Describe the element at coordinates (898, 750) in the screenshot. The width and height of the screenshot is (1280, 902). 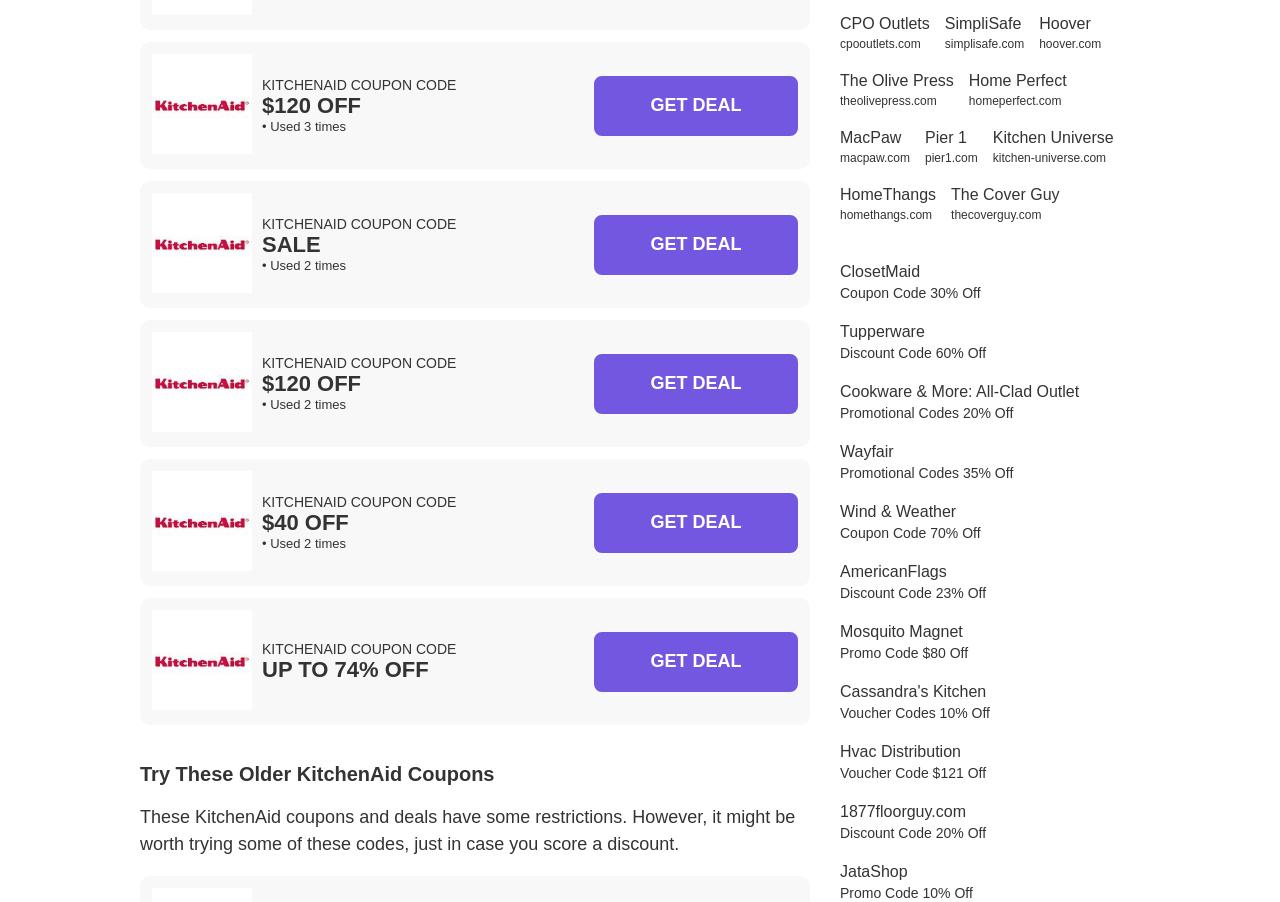
I see `'Hvac Distribution'` at that location.